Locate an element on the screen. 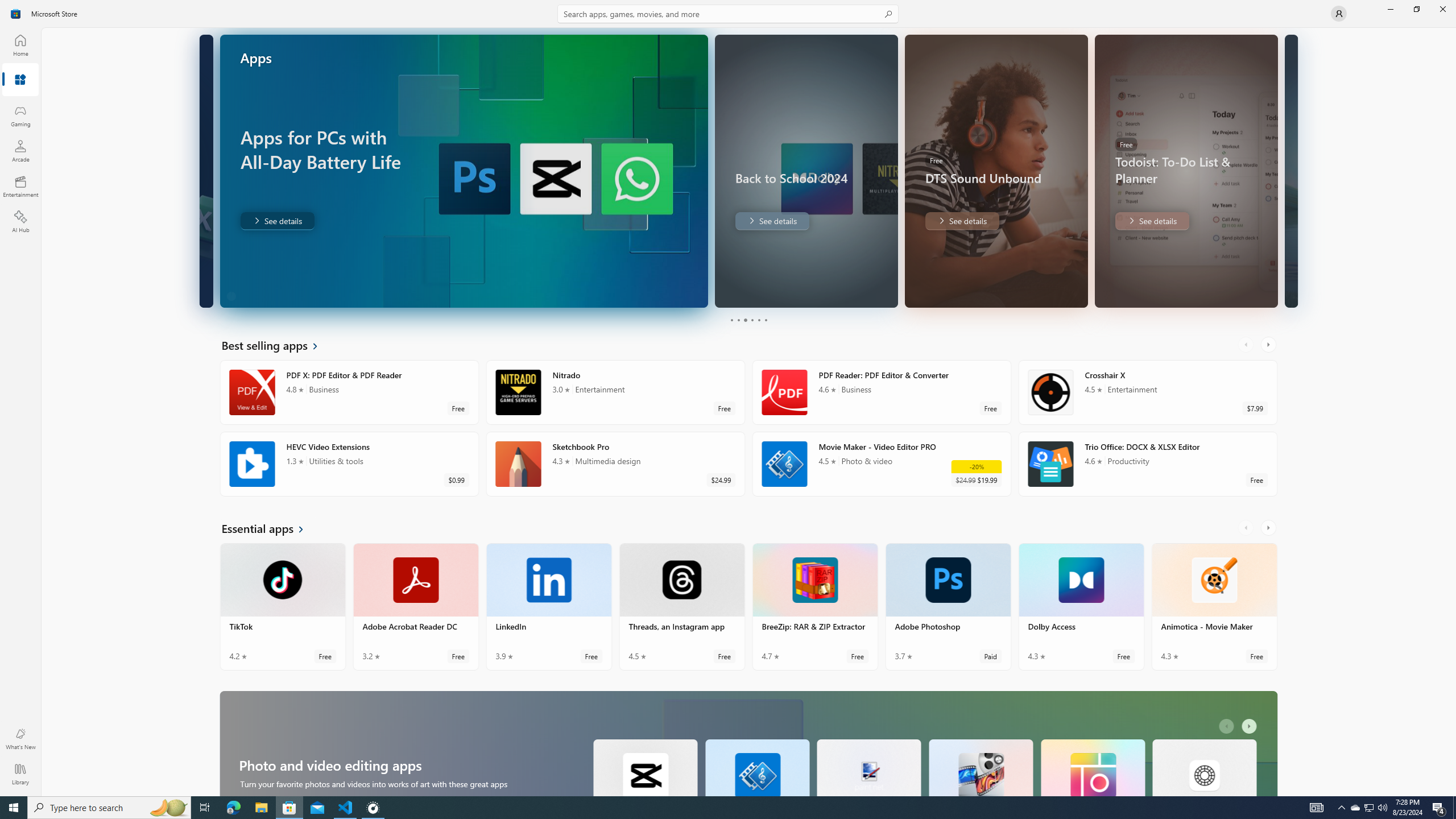 Image resolution: width=1456 pixels, height=819 pixels. 'Page 1' is located at coordinates (731, 320).